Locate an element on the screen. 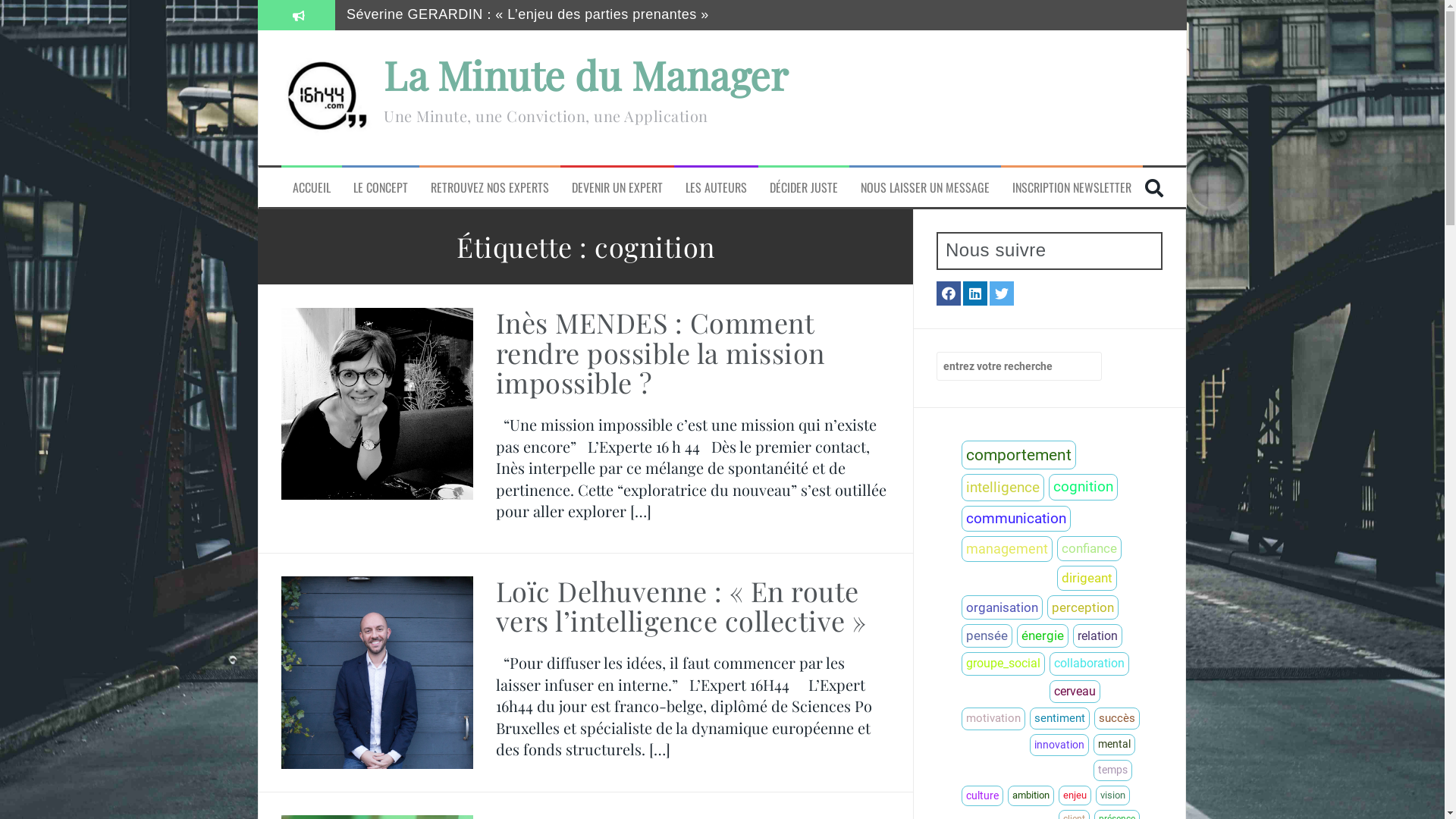  'organisation' is located at coordinates (1002, 607).